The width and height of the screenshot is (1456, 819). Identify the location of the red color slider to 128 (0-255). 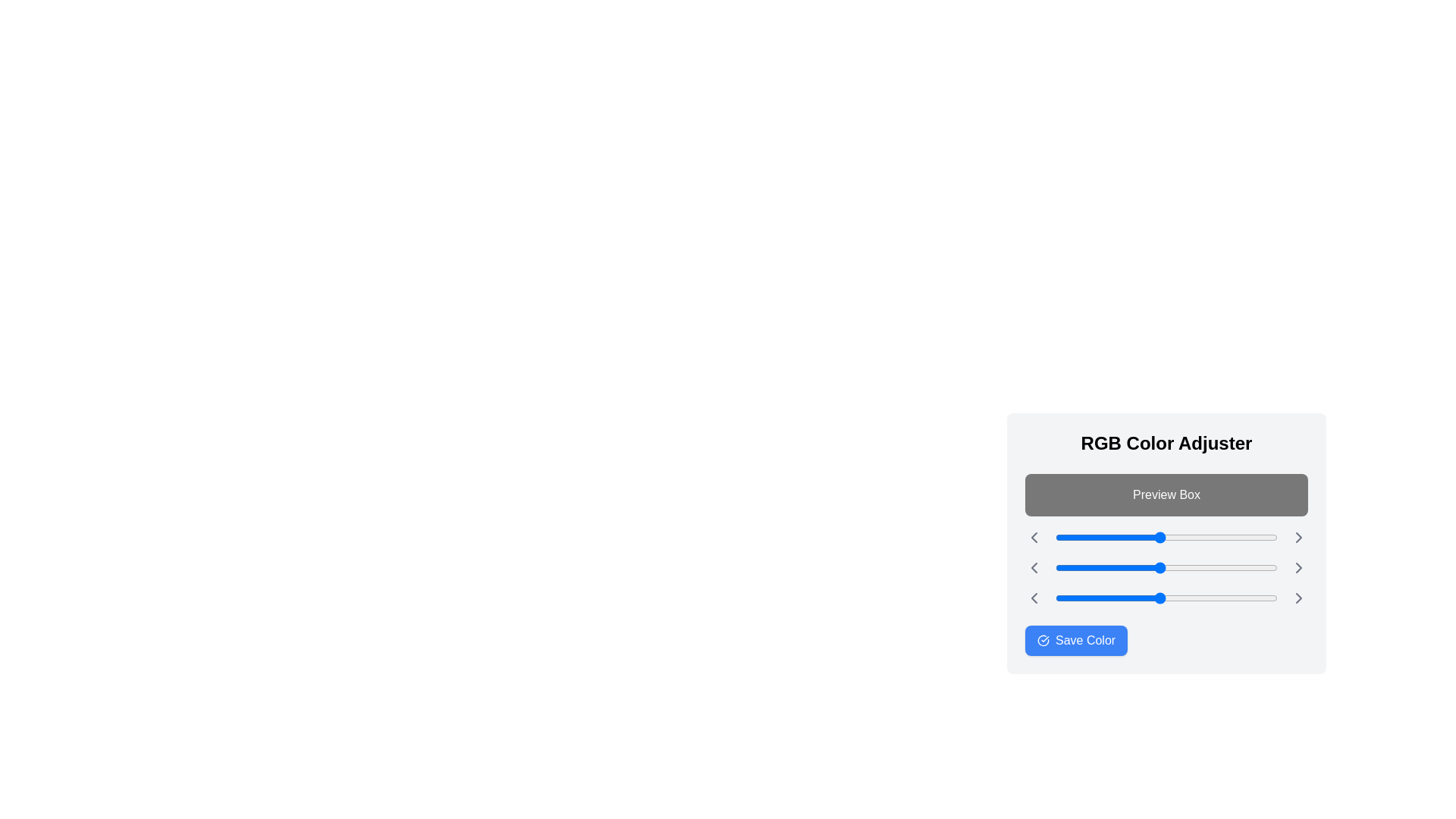
(1166, 537).